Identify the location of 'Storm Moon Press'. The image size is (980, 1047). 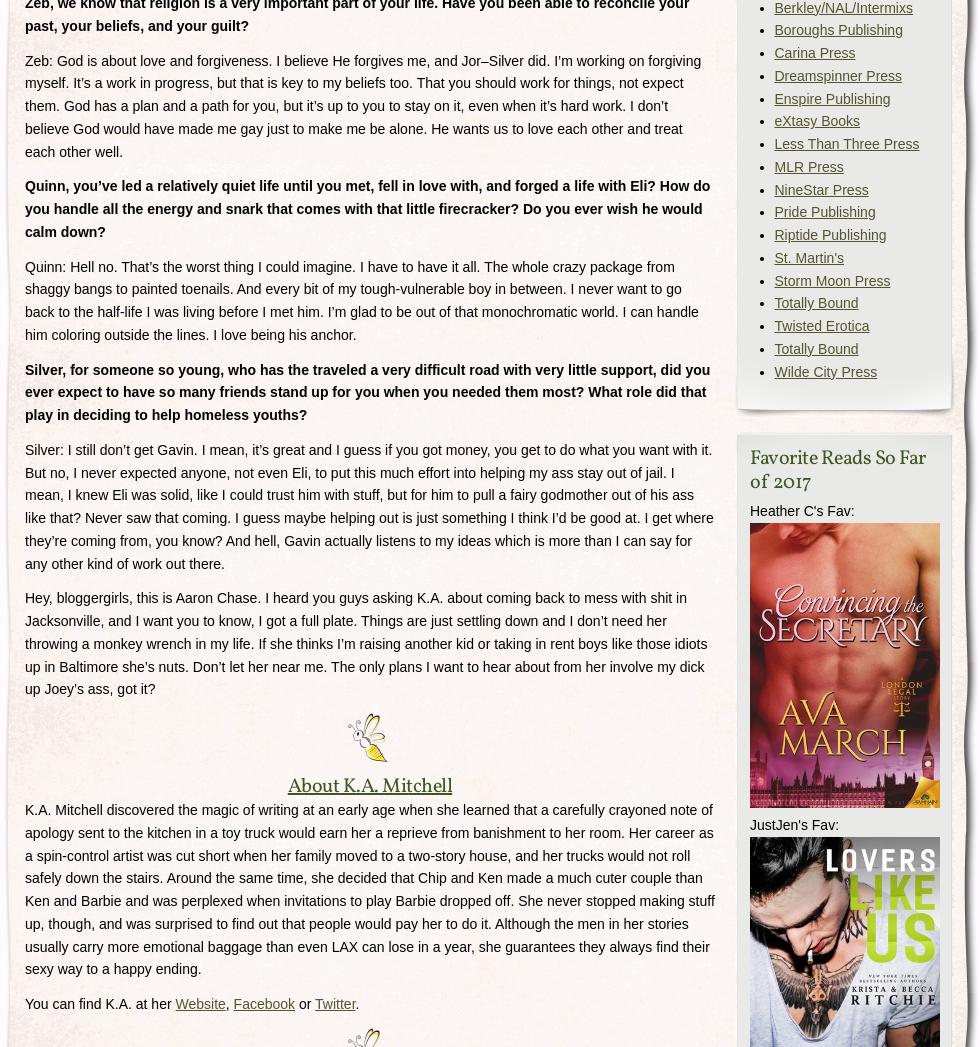
(774, 279).